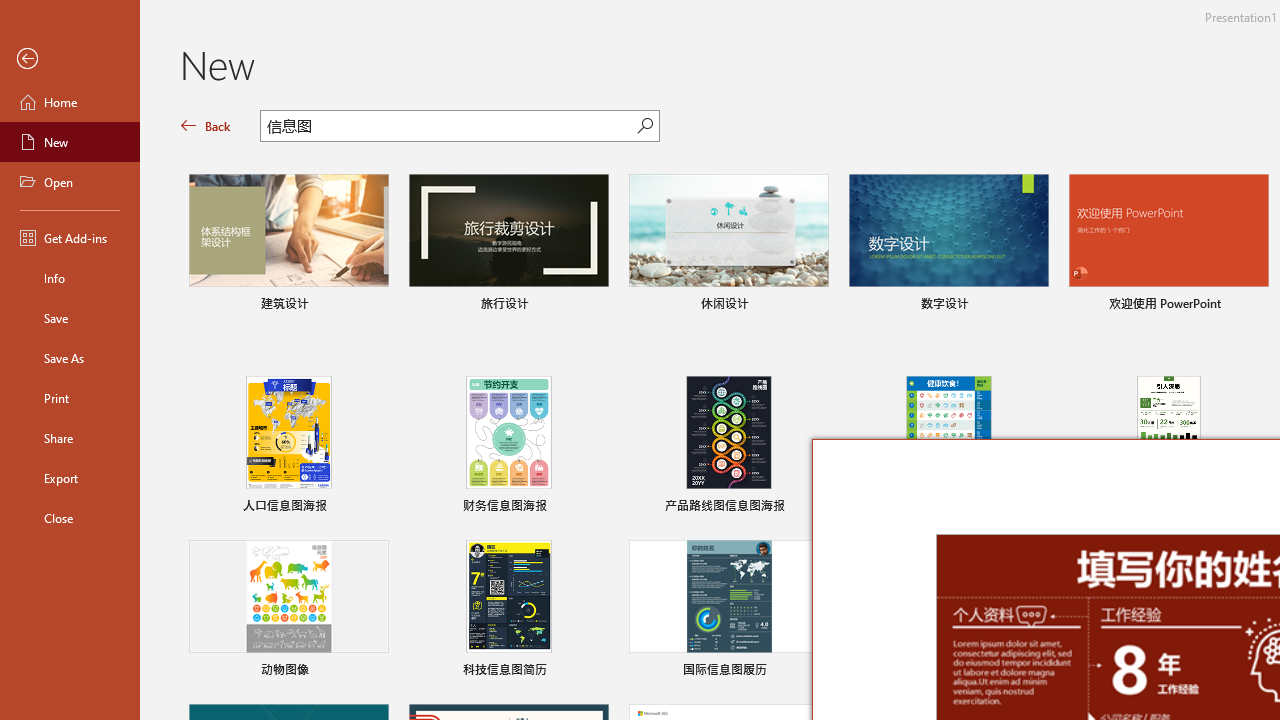  I want to click on 'Info', so click(69, 277).